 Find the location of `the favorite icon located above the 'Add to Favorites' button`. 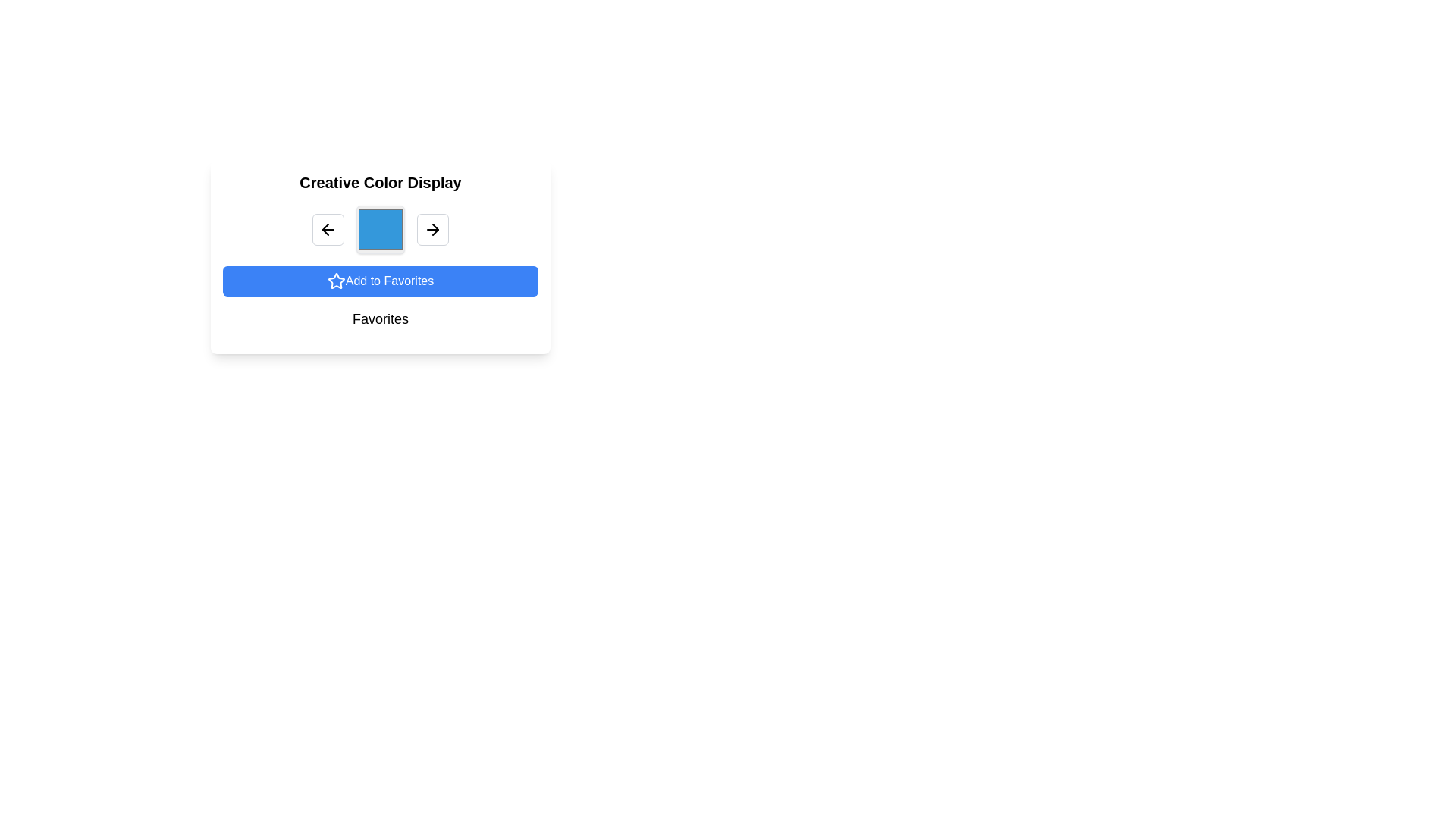

the favorite icon located above the 'Add to Favorites' button is located at coordinates (335, 281).